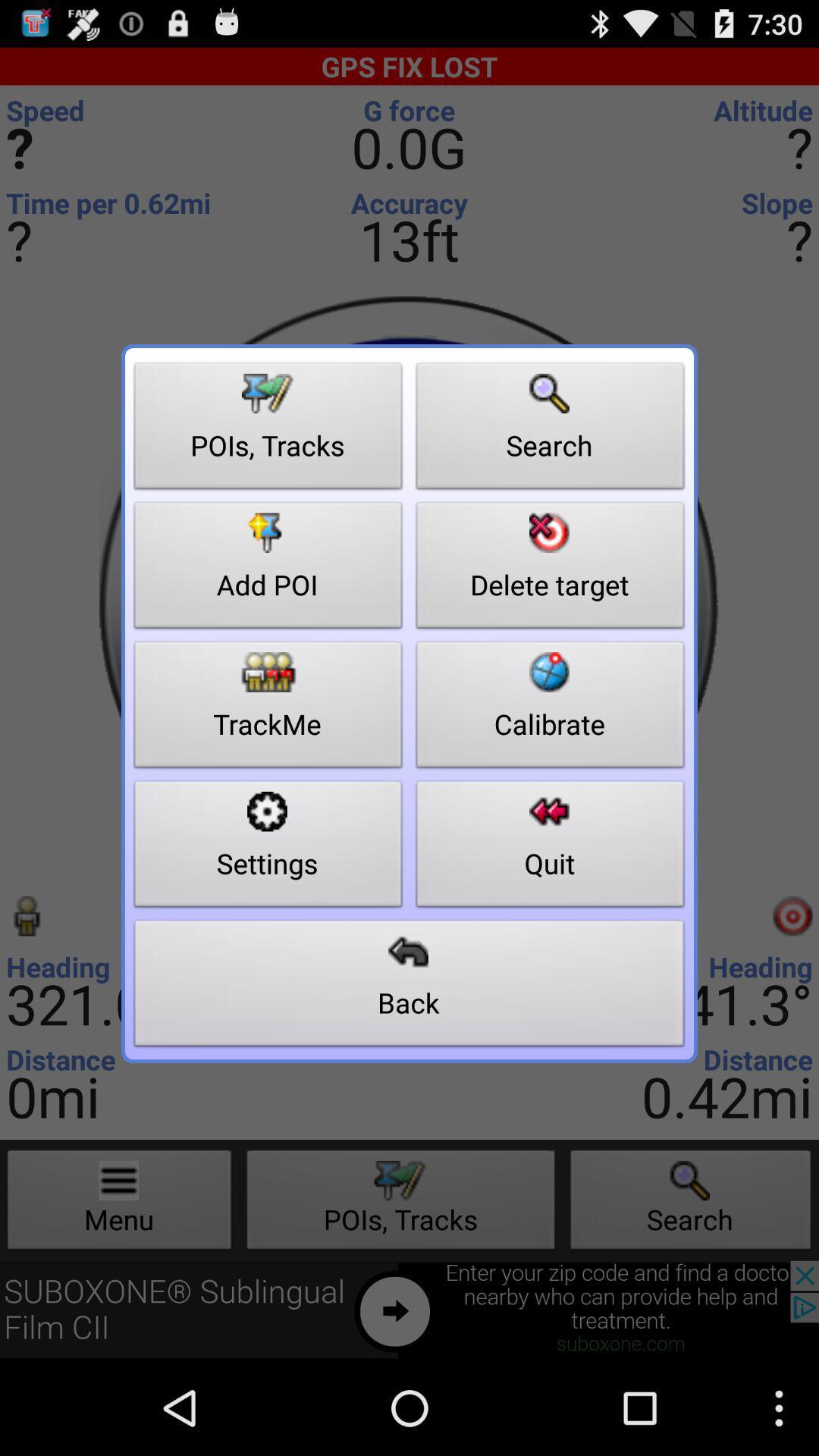  I want to click on the button to the left of the calibrate item, so click(268, 847).